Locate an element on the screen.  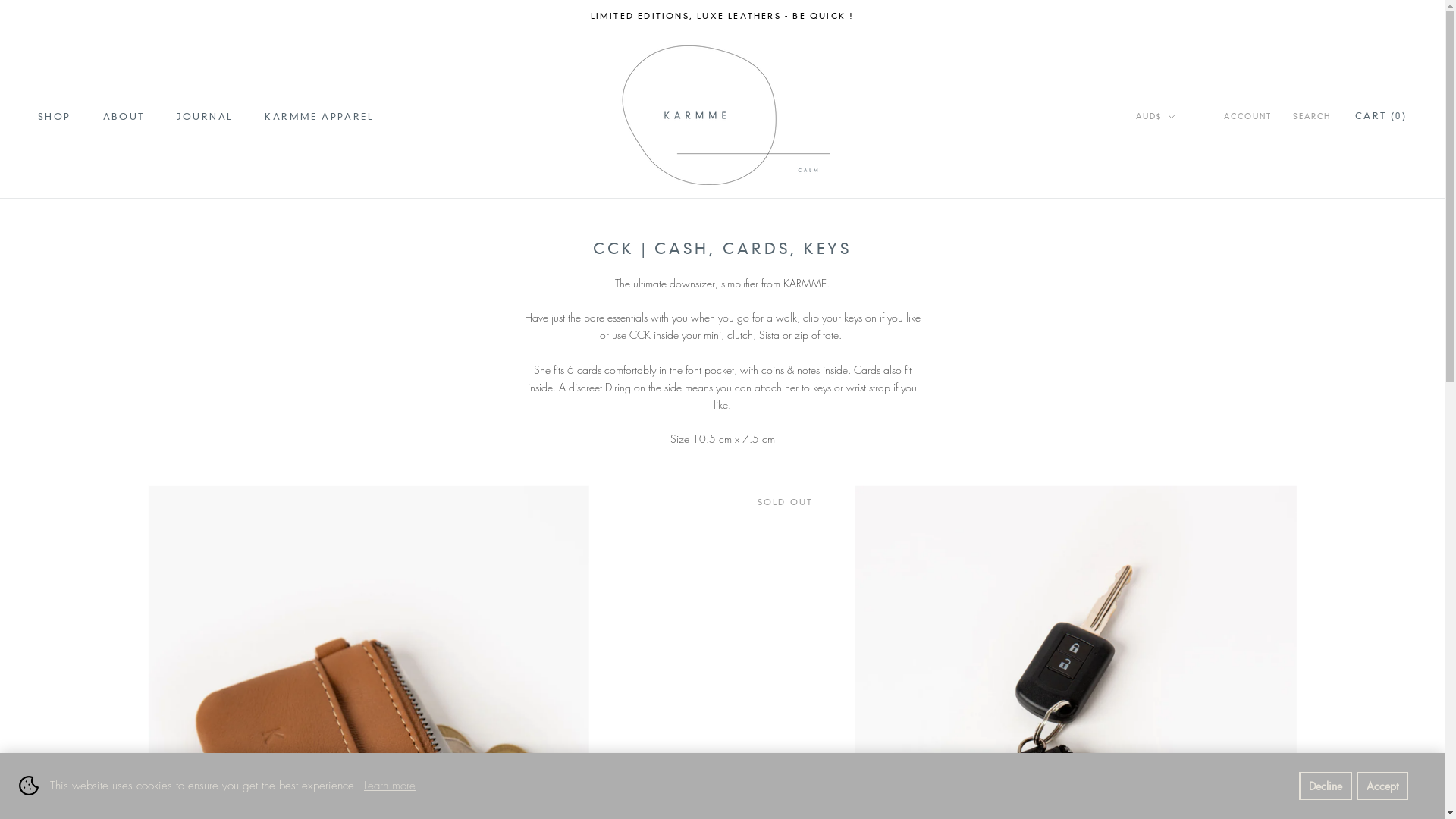
'AUD' is located at coordinates (1175, 148).